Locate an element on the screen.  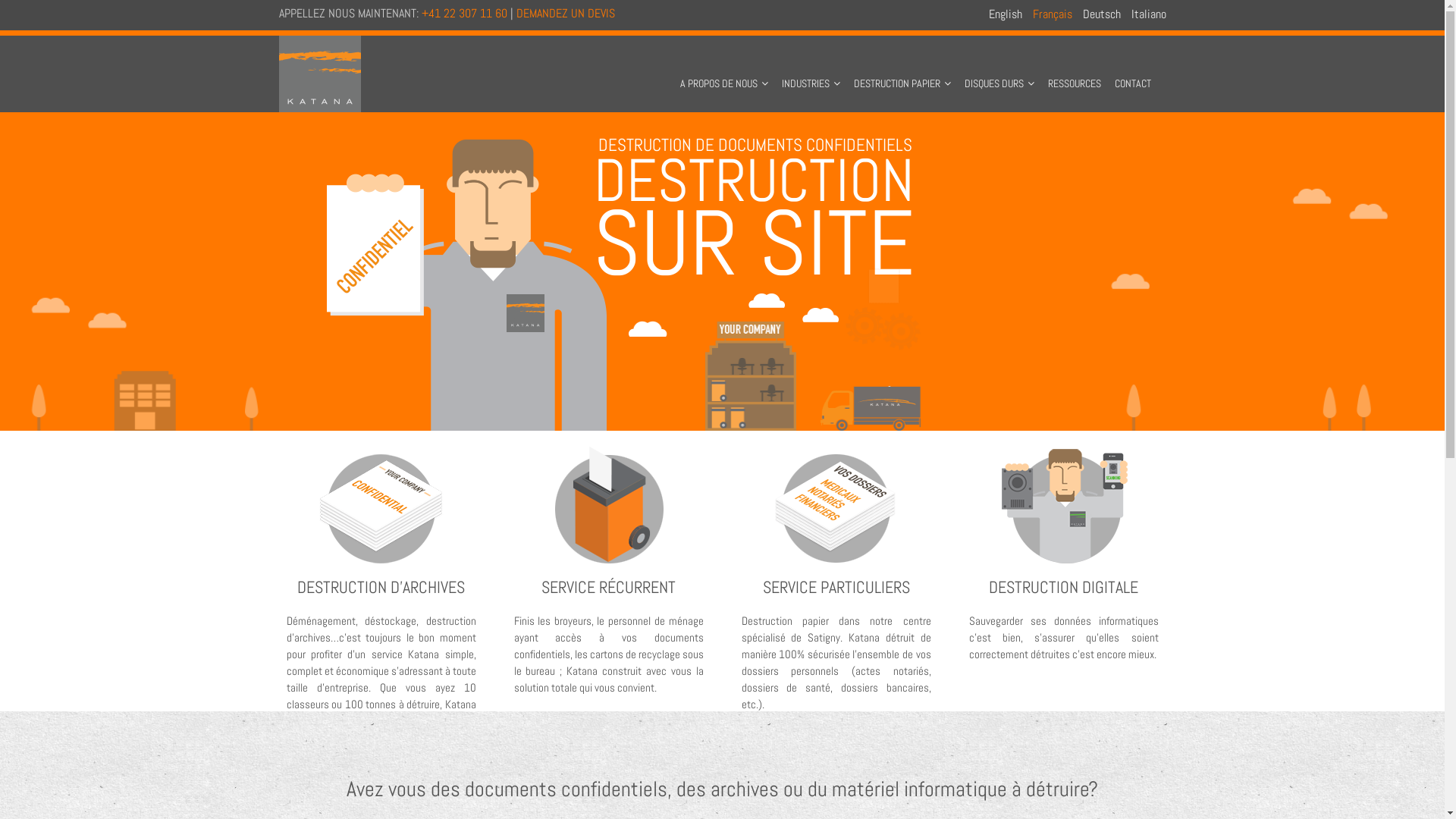
'Deutsch' is located at coordinates (1102, 14).